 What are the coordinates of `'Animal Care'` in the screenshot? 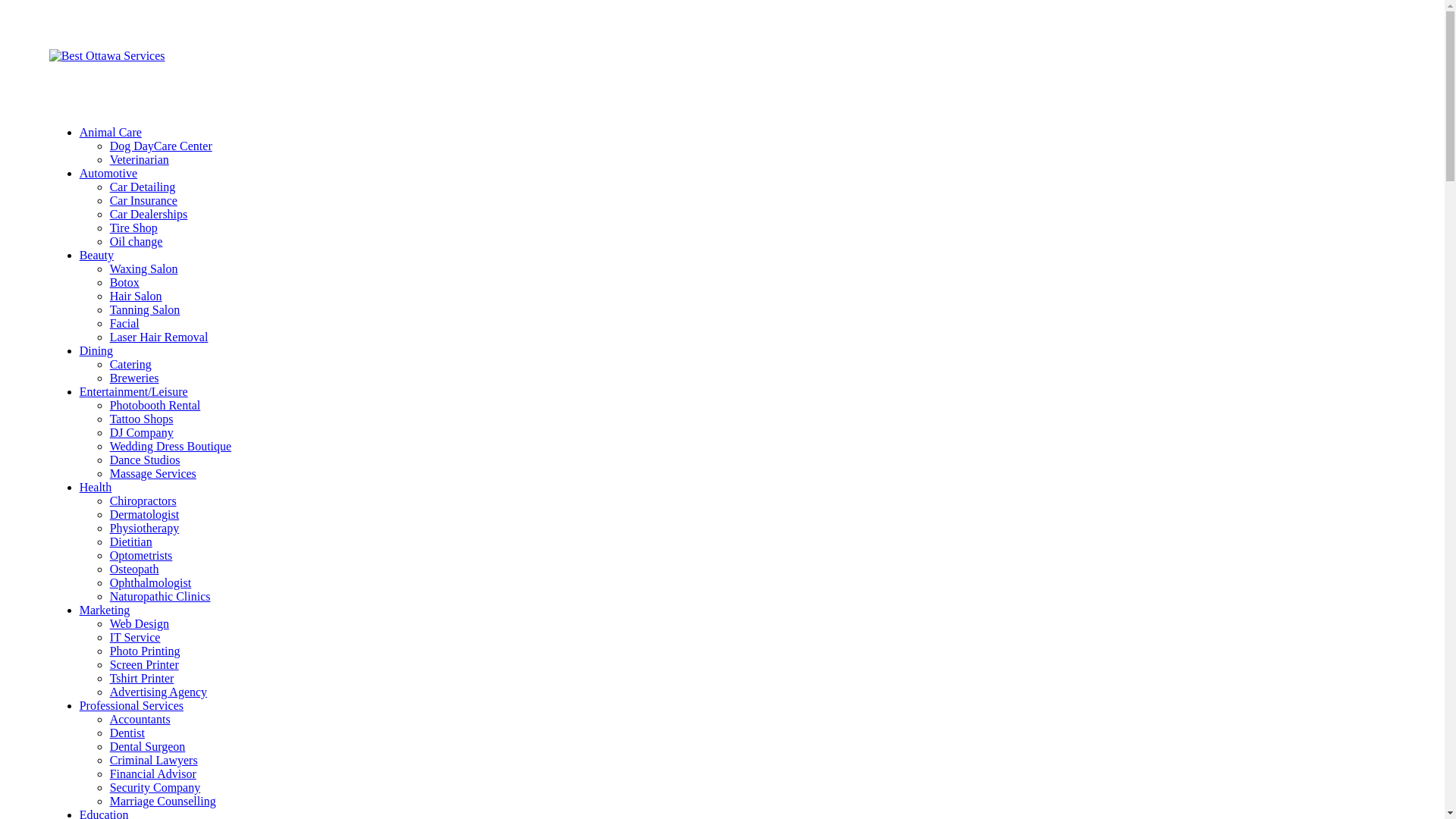 It's located at (79, 131).